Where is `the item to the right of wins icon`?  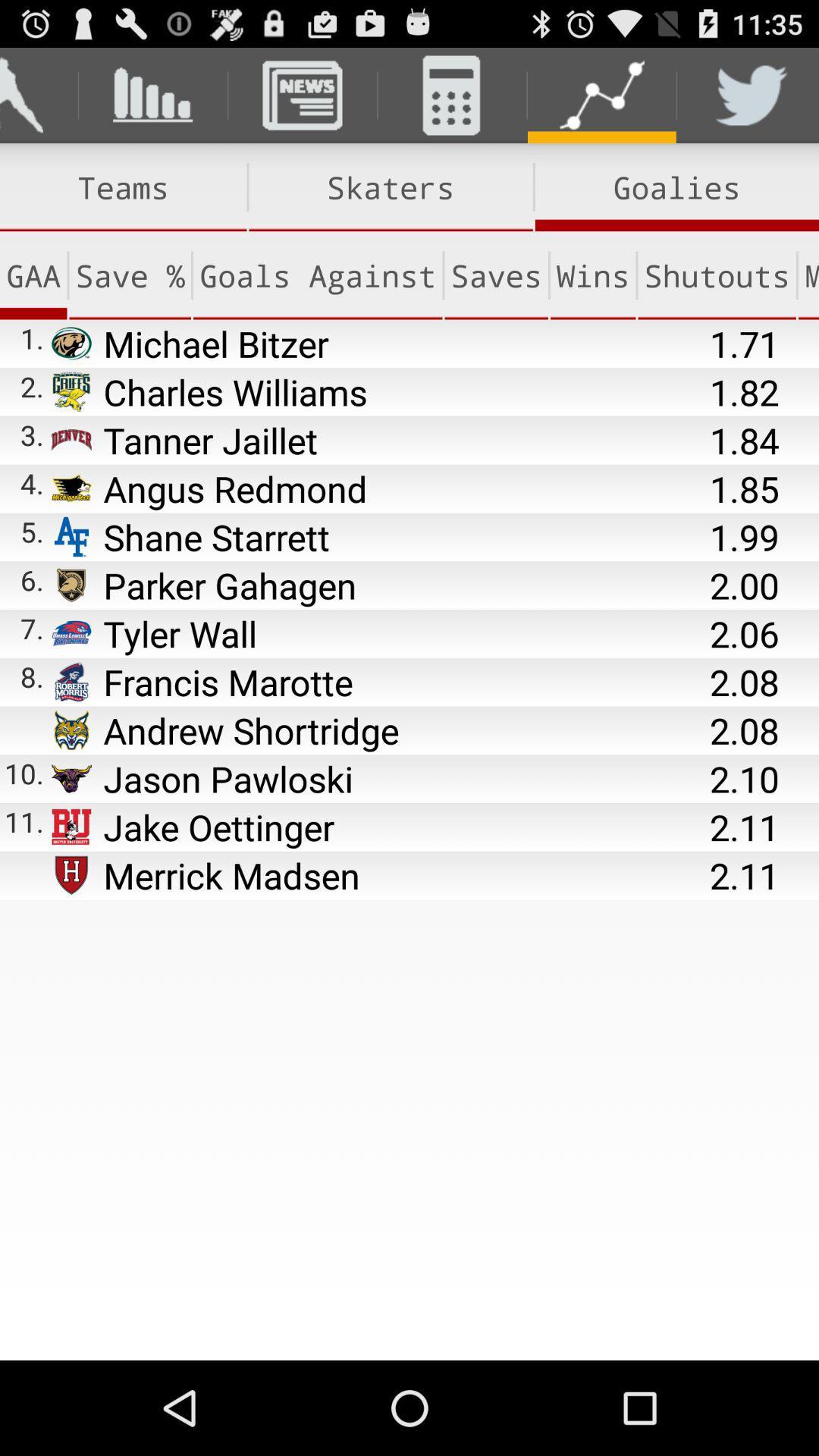
the item to the right of wins icon is located at coordinates (717, 275).